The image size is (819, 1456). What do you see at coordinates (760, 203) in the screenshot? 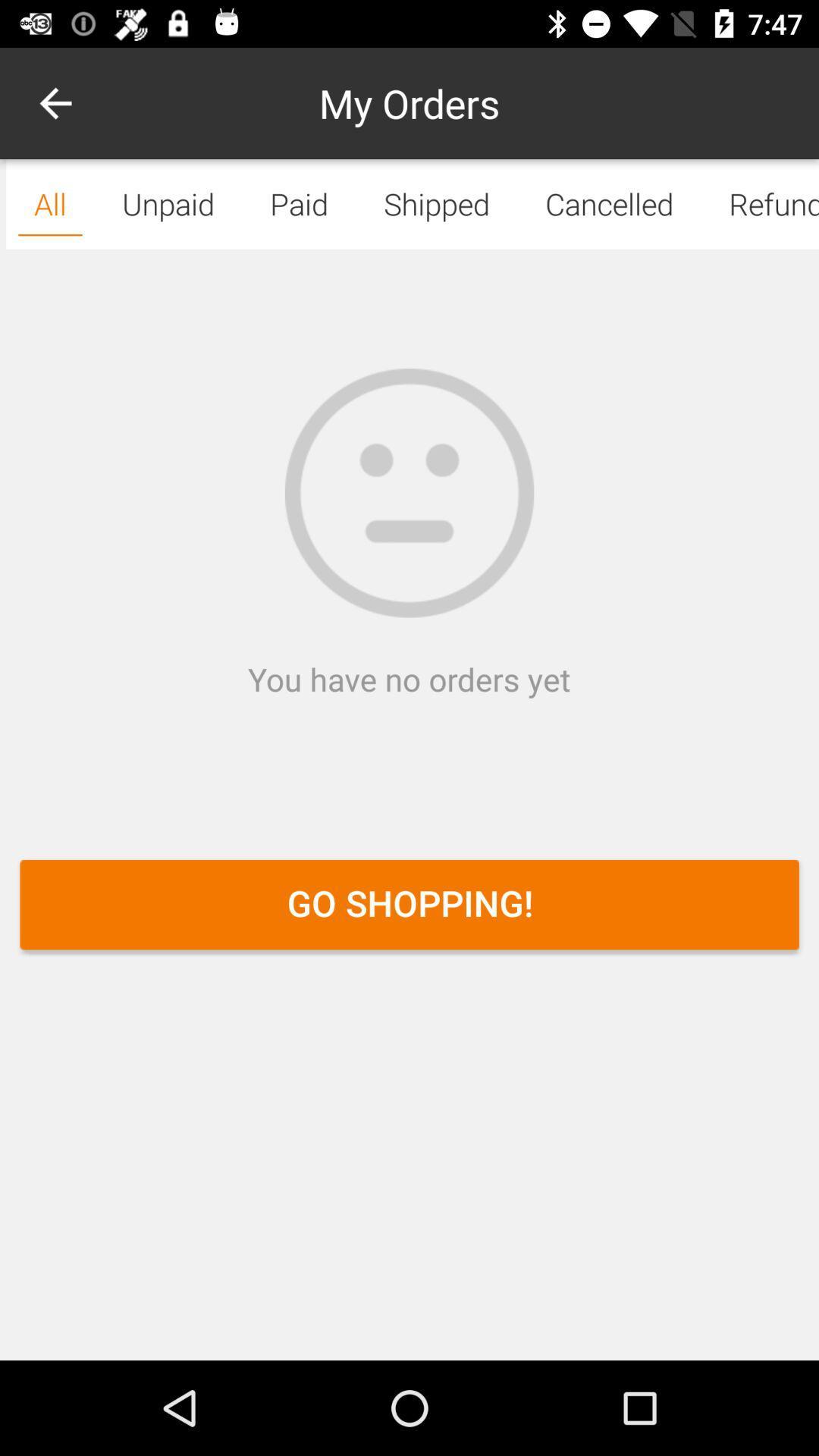
I see `refund` at bounding box center [760, 203].